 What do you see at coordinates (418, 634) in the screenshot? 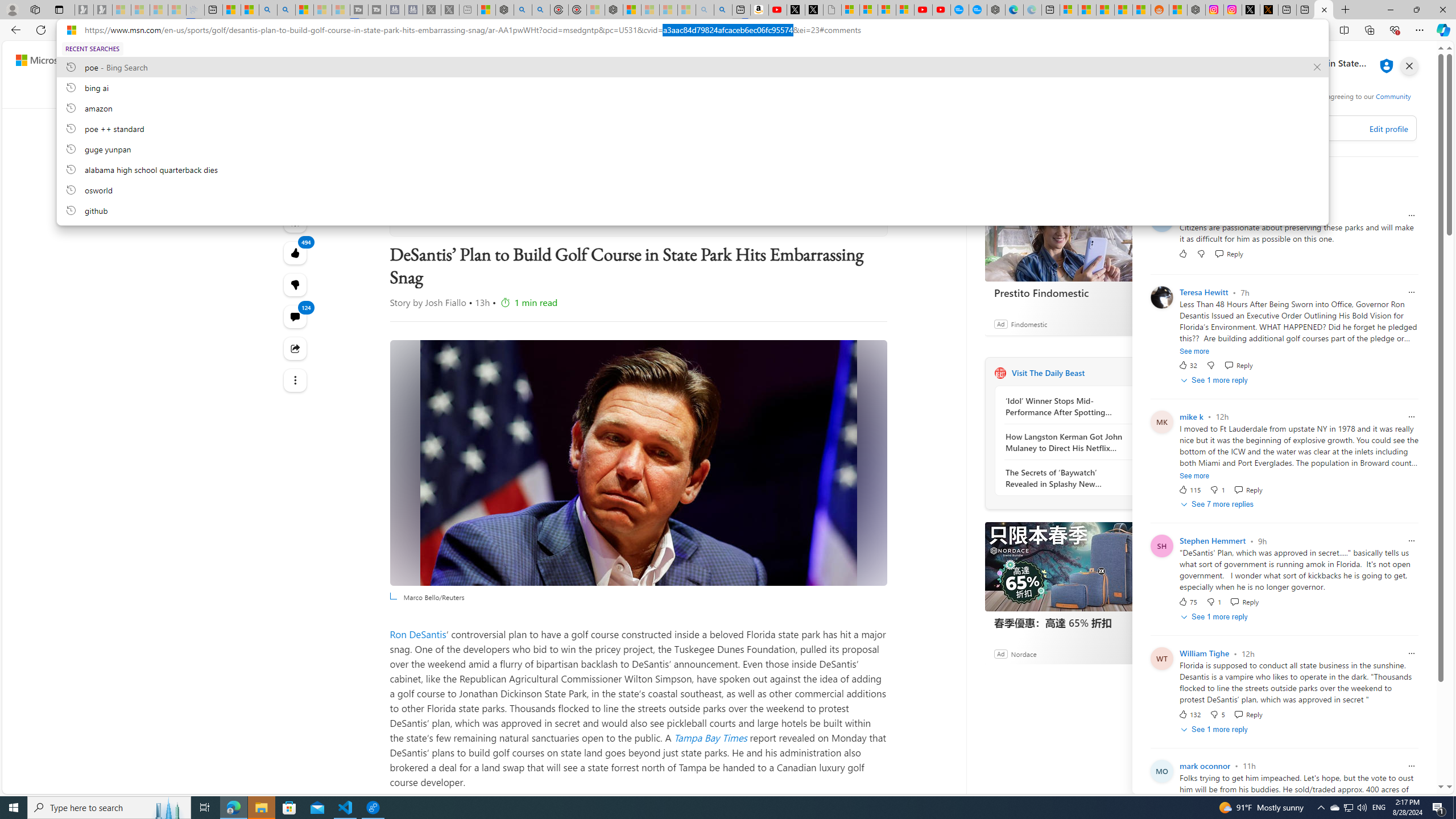
I see `'Ron DeSantis'` at bounding box center [418, 634].